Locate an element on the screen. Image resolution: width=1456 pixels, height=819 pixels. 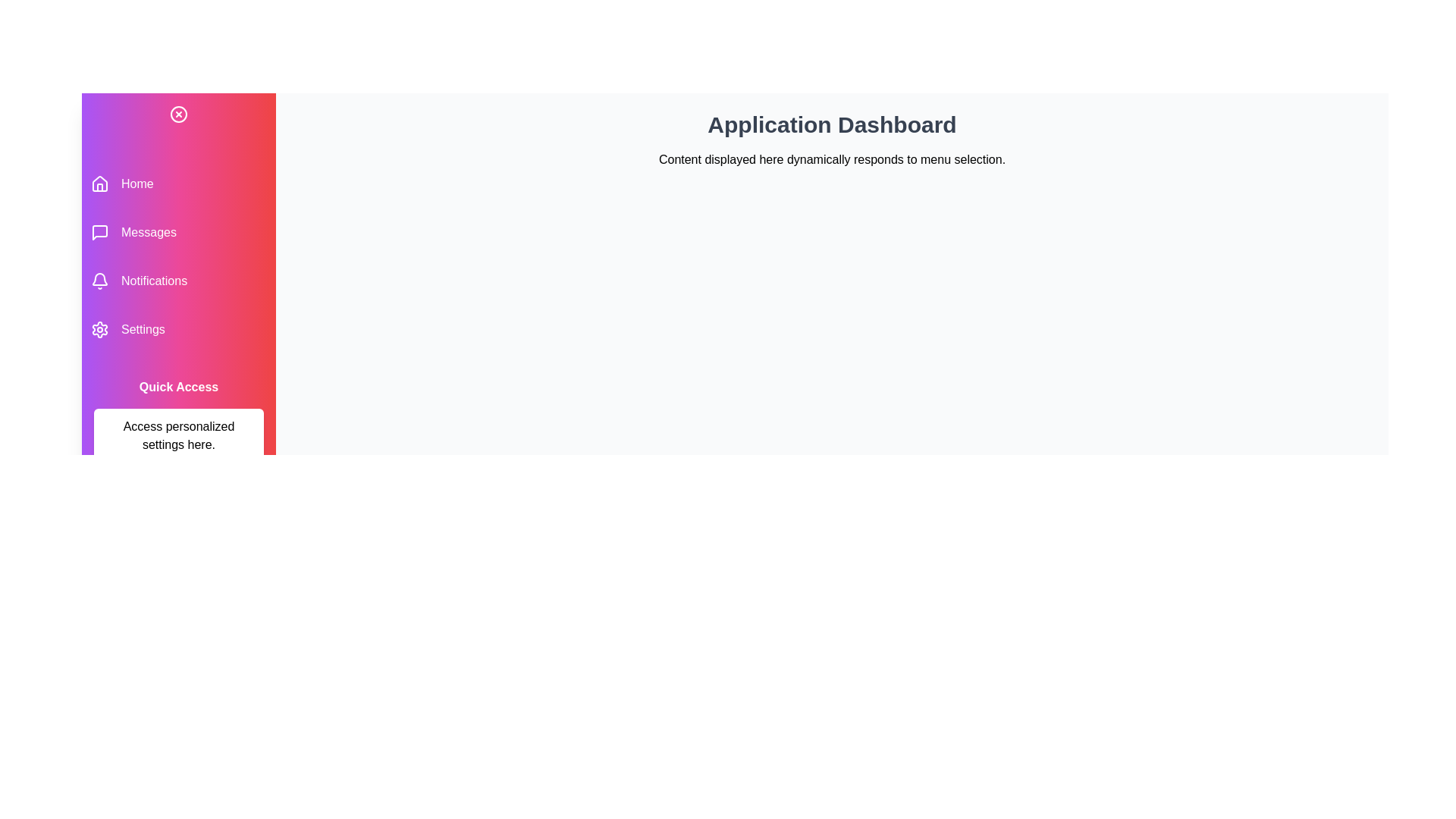
the menu item labeled Home to navigate to the corresponding section is located at coordinates (178, 184).